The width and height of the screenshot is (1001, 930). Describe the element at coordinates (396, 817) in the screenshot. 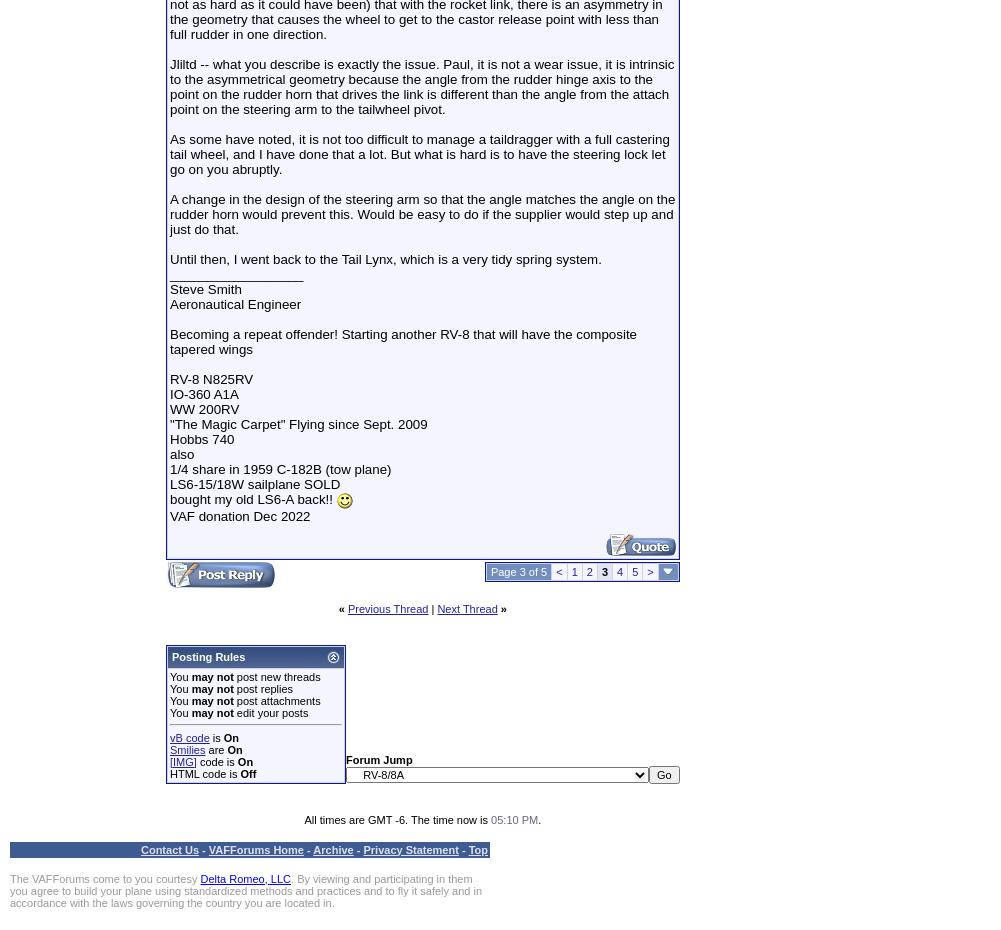

I see `'All times are GMT -6. The time now is'` at that location.